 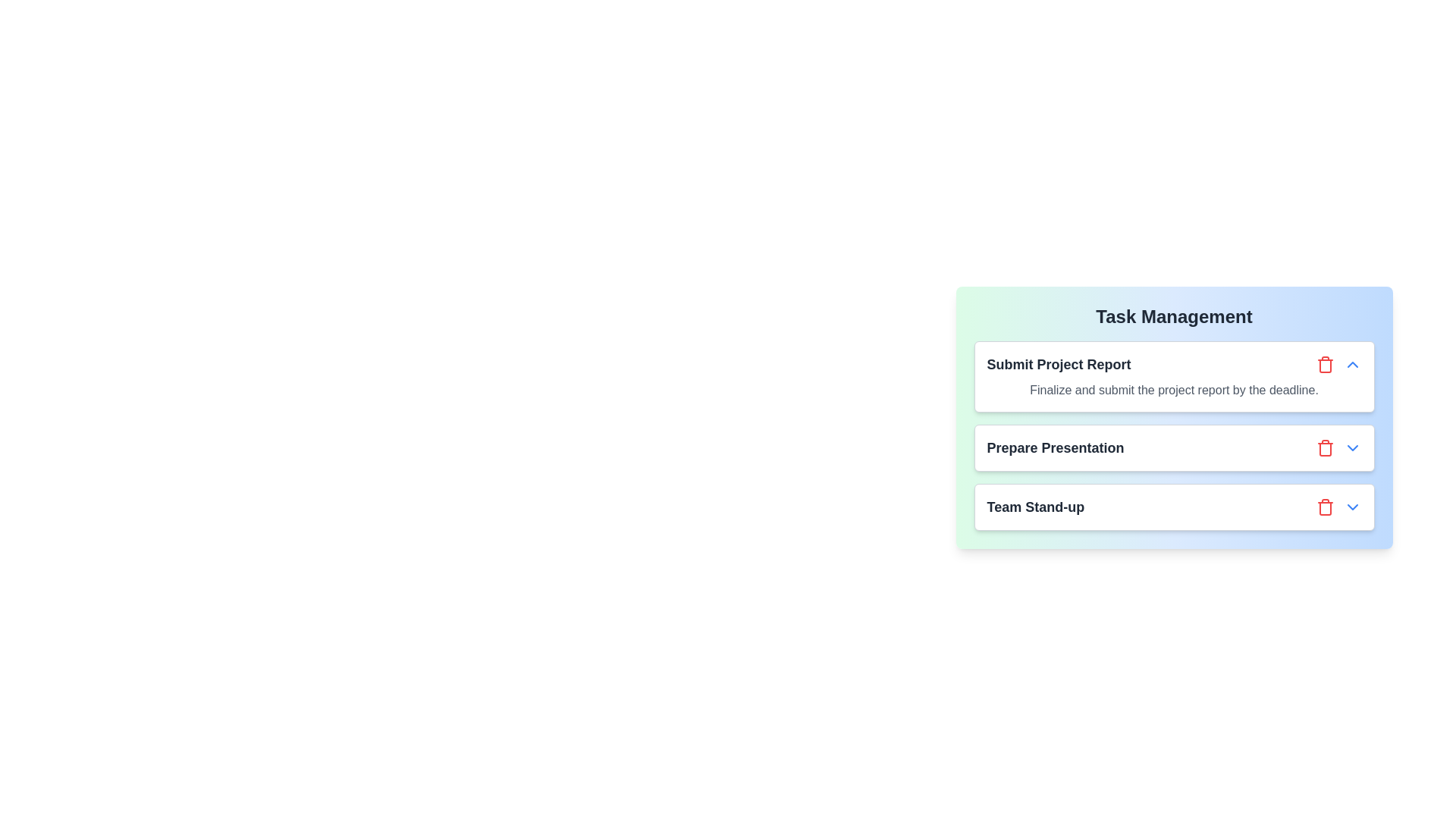 I want to click on the blue chevron-down icon, so click(x=1352, y=447).